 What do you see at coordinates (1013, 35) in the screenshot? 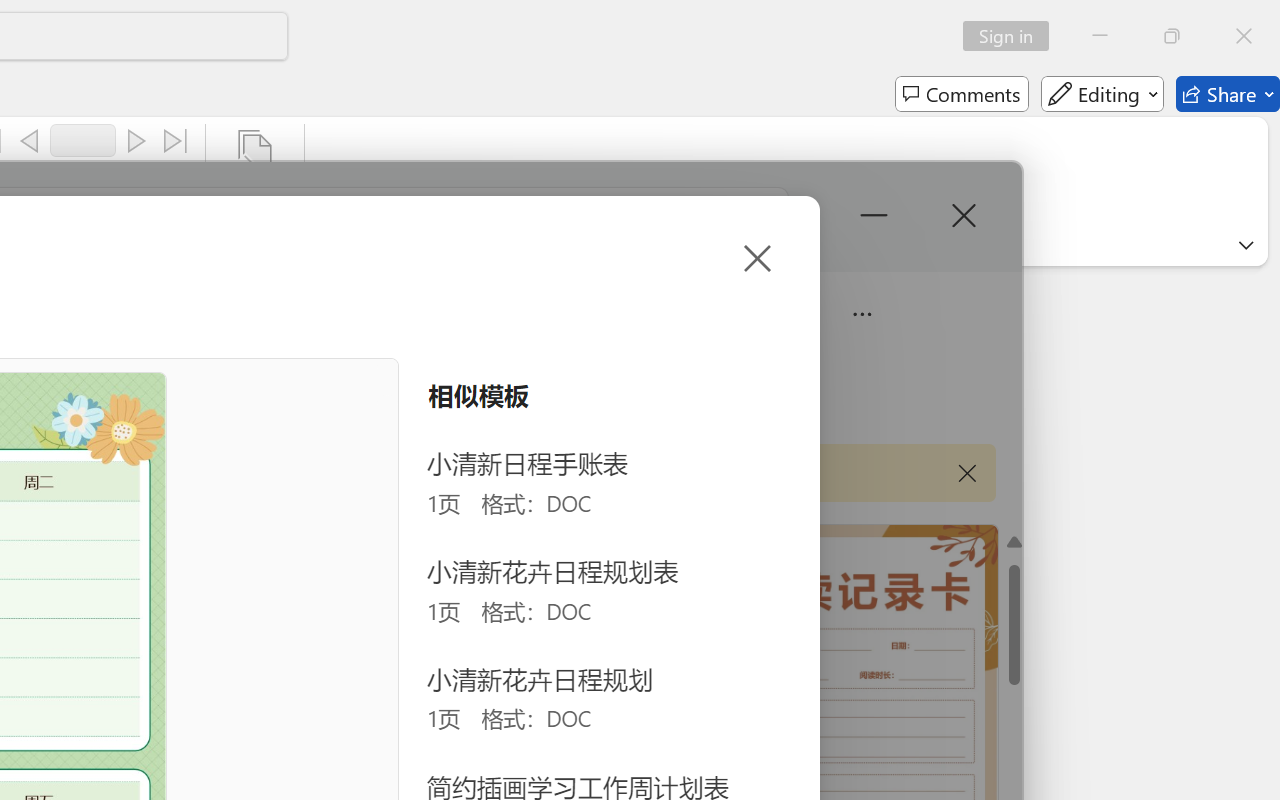
I see `'Sign in'` at bounding box center [1013, 35].